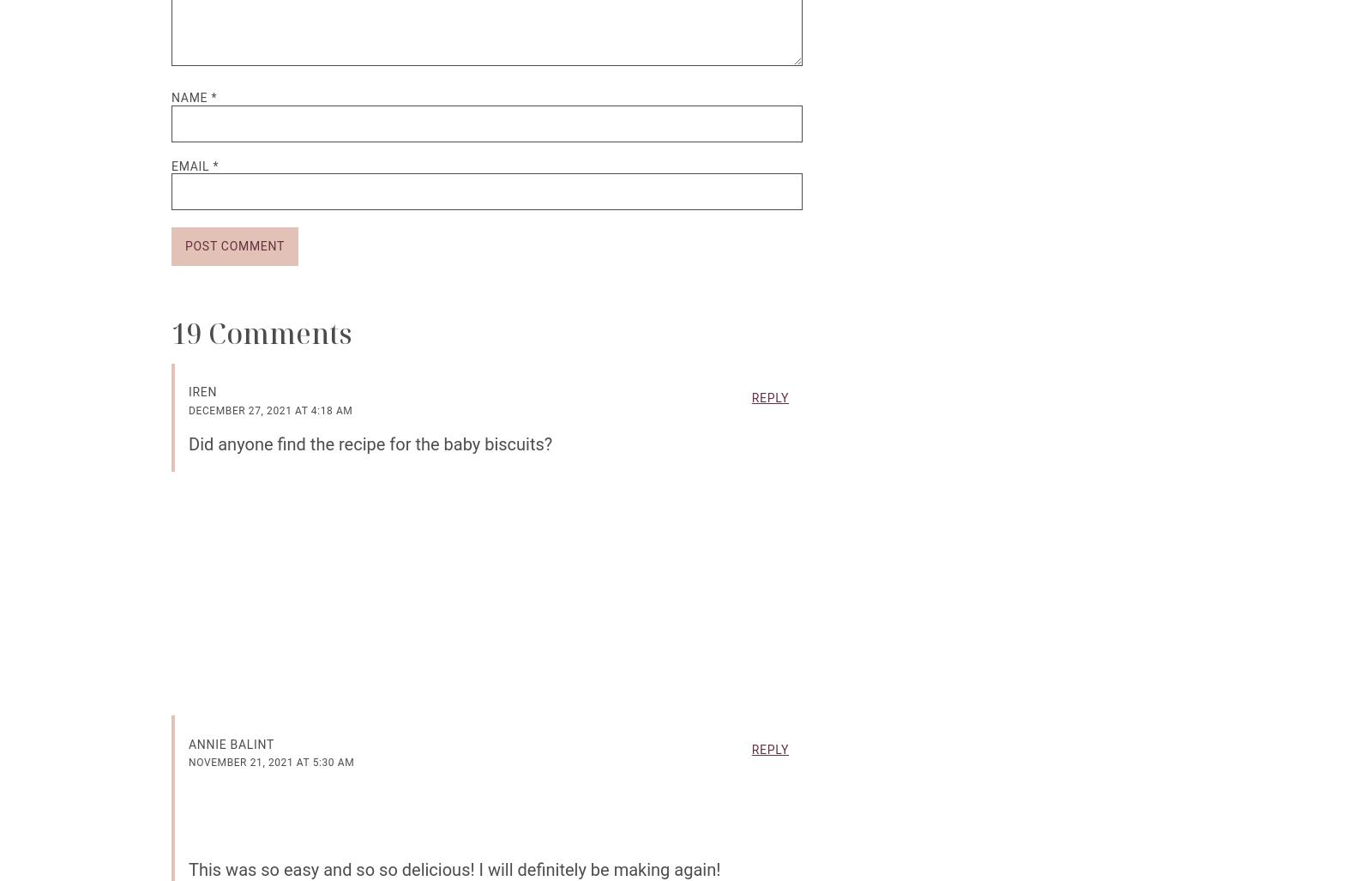 This screenshot has height=881, width=1372. I want to click on 'November 21, 2021 at 5:30 am', so click(271, 761).